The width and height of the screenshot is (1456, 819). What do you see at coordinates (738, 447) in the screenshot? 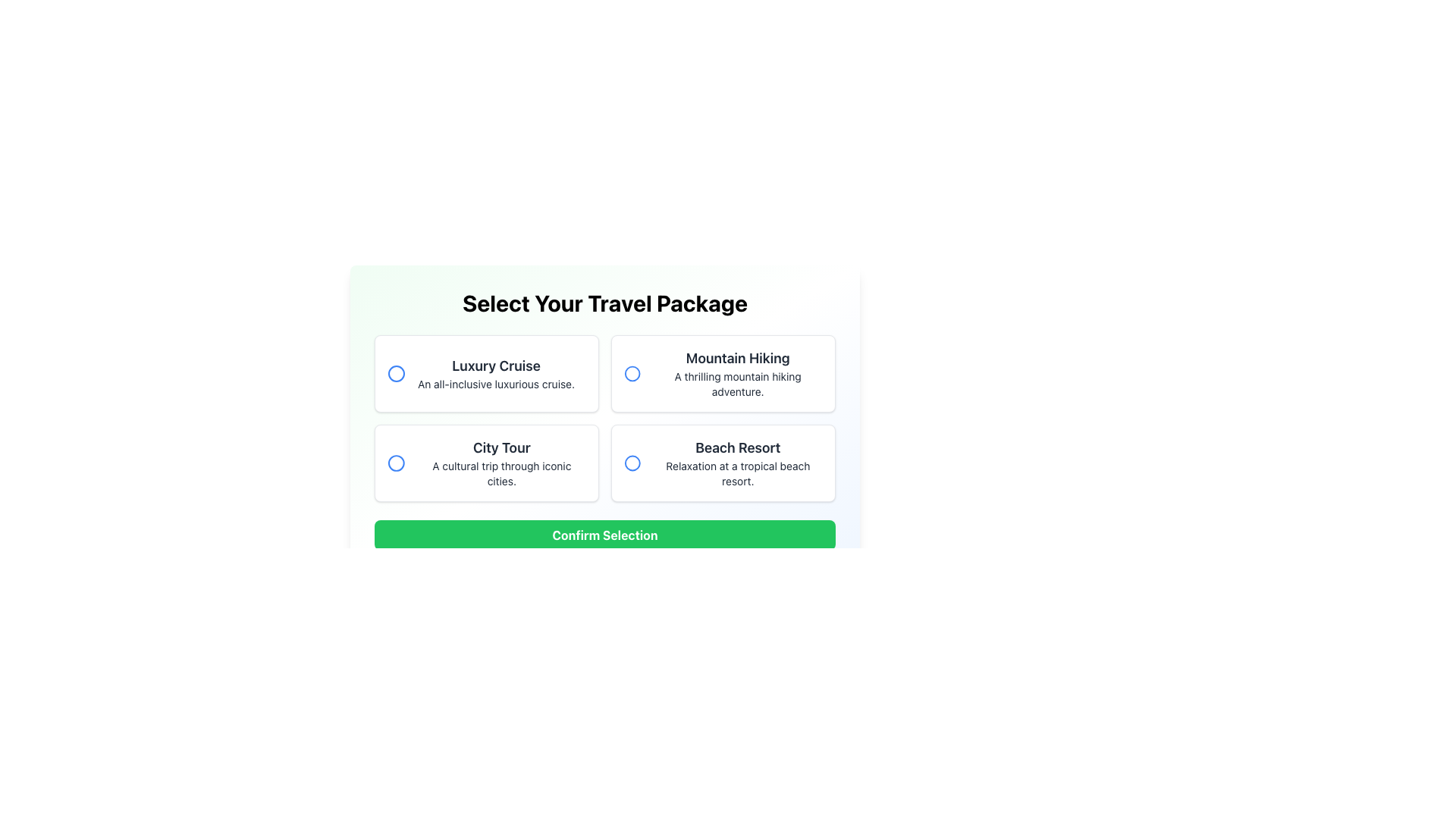
I see `the Text Label that displays 'Beach Resort', located in the lower-right quadrant of the travel options, specifically the third option in the right column under 'Select Your Travel Package'` at bounding box center [738, 447].